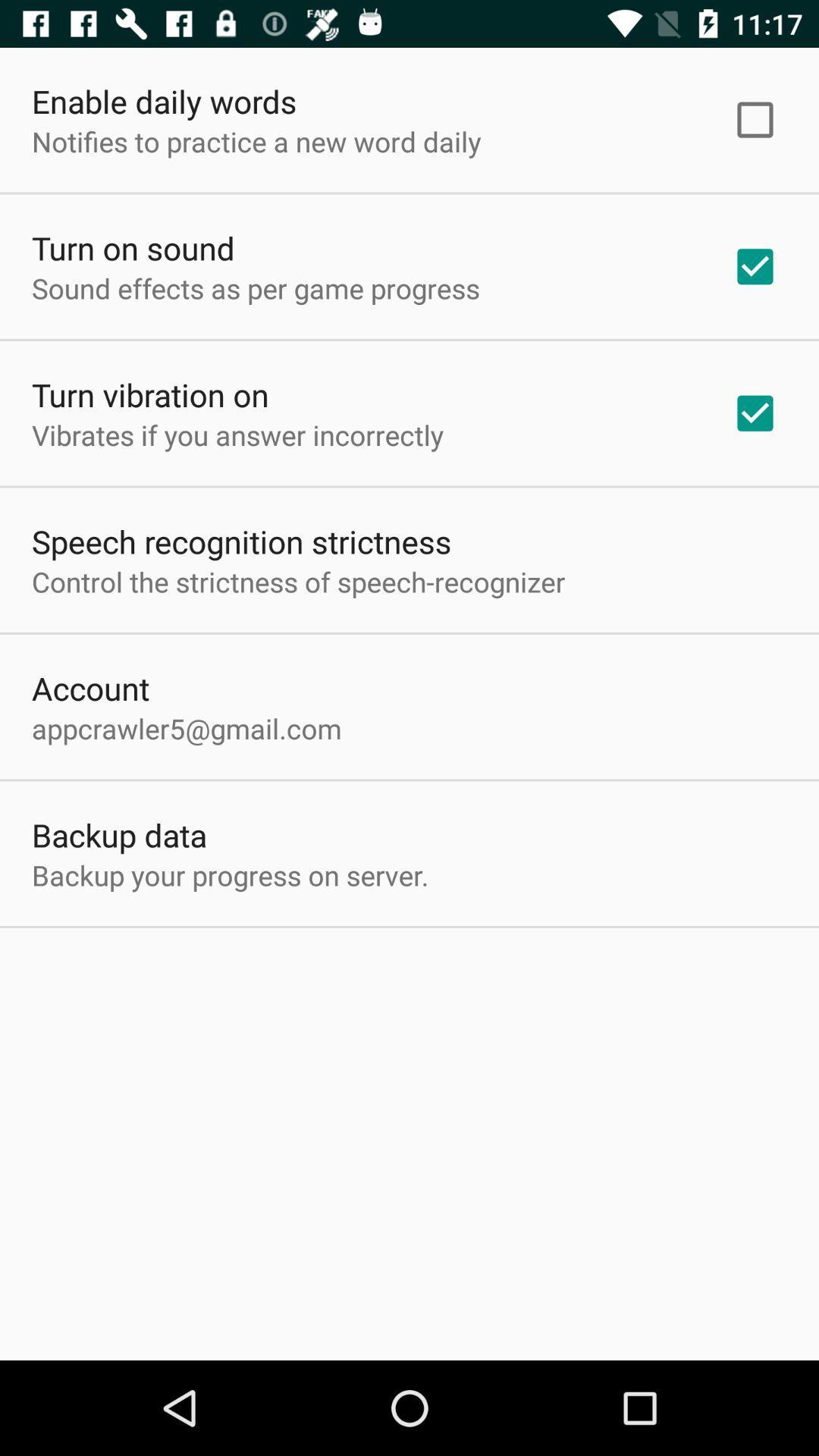  Describe the element at coordinates (298, 581) in the screenshot. I see `the app at the center` at that location.